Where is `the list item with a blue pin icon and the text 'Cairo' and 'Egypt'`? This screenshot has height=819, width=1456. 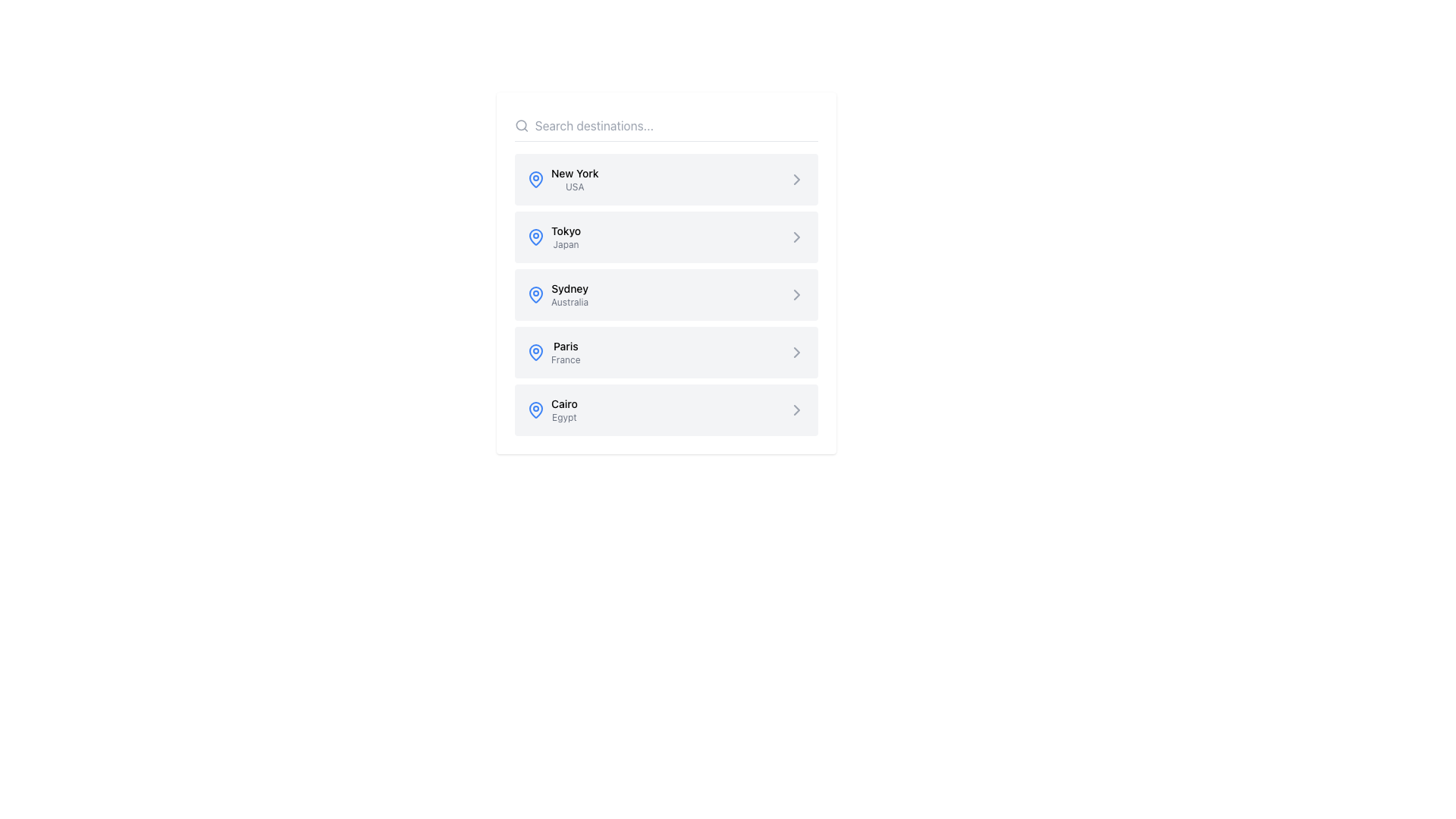 the list item with a blue pin icon and the text 'Cairo' and 'Egypt' is located at coordinates (551, 409).